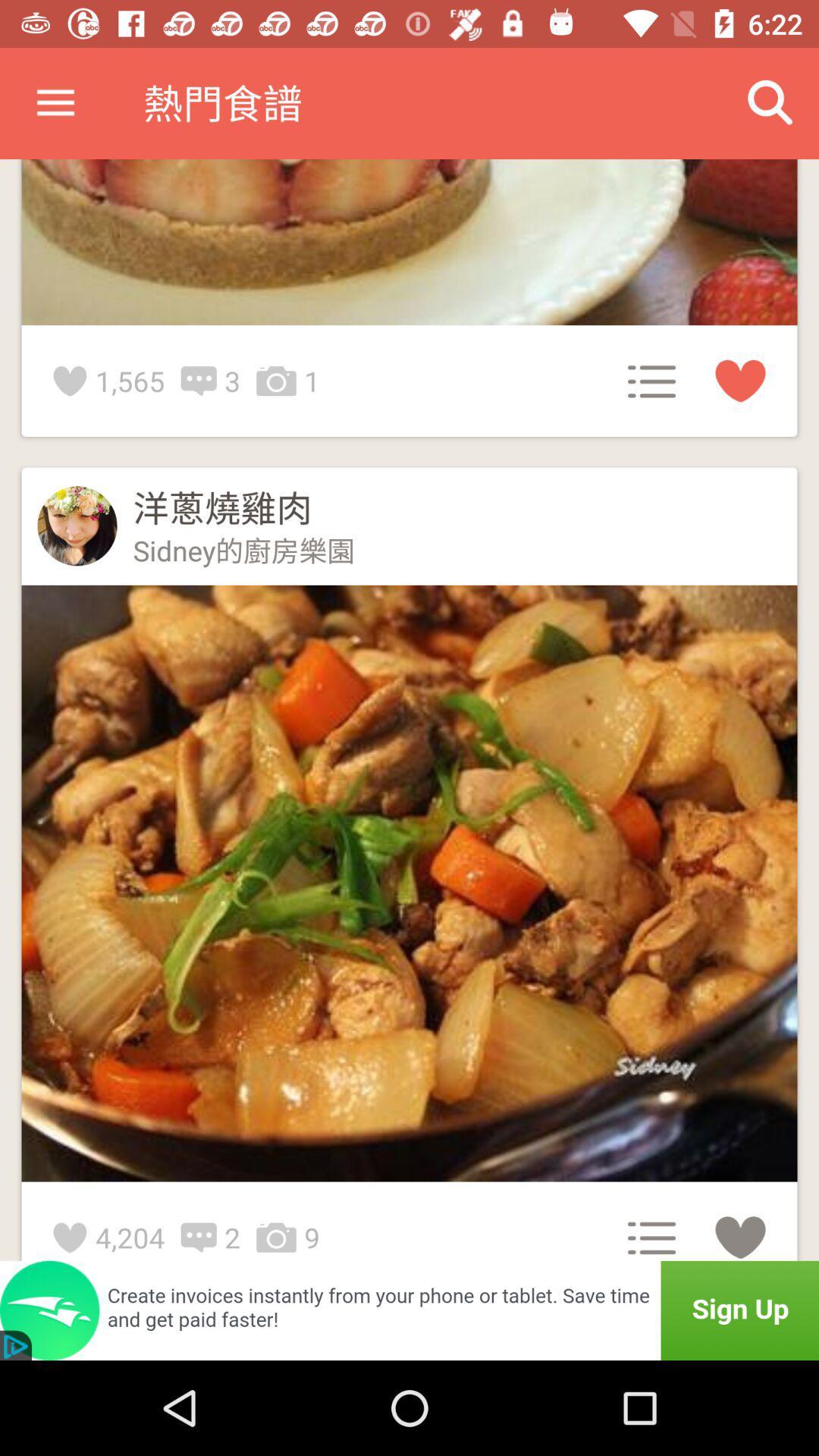 The width and height of the screenshot is (819, 1456). Describe the element at coordinates (74, 1238) in the screenshot. I see `the symbol which is to the left of the number 4204` at that location.